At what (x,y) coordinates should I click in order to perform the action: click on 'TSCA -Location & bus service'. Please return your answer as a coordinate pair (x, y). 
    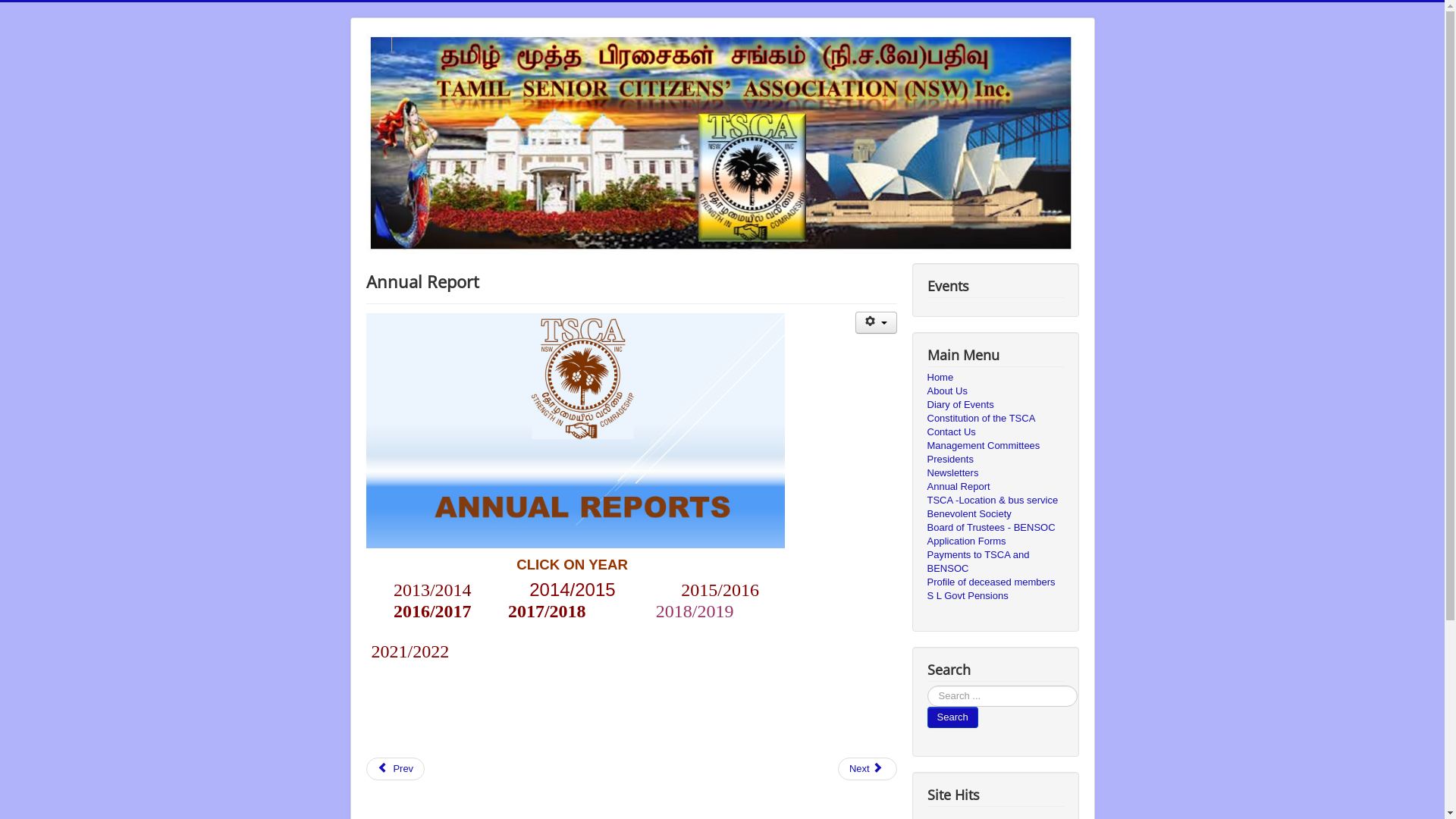
    Looking at the image, I should click on (926, 500).